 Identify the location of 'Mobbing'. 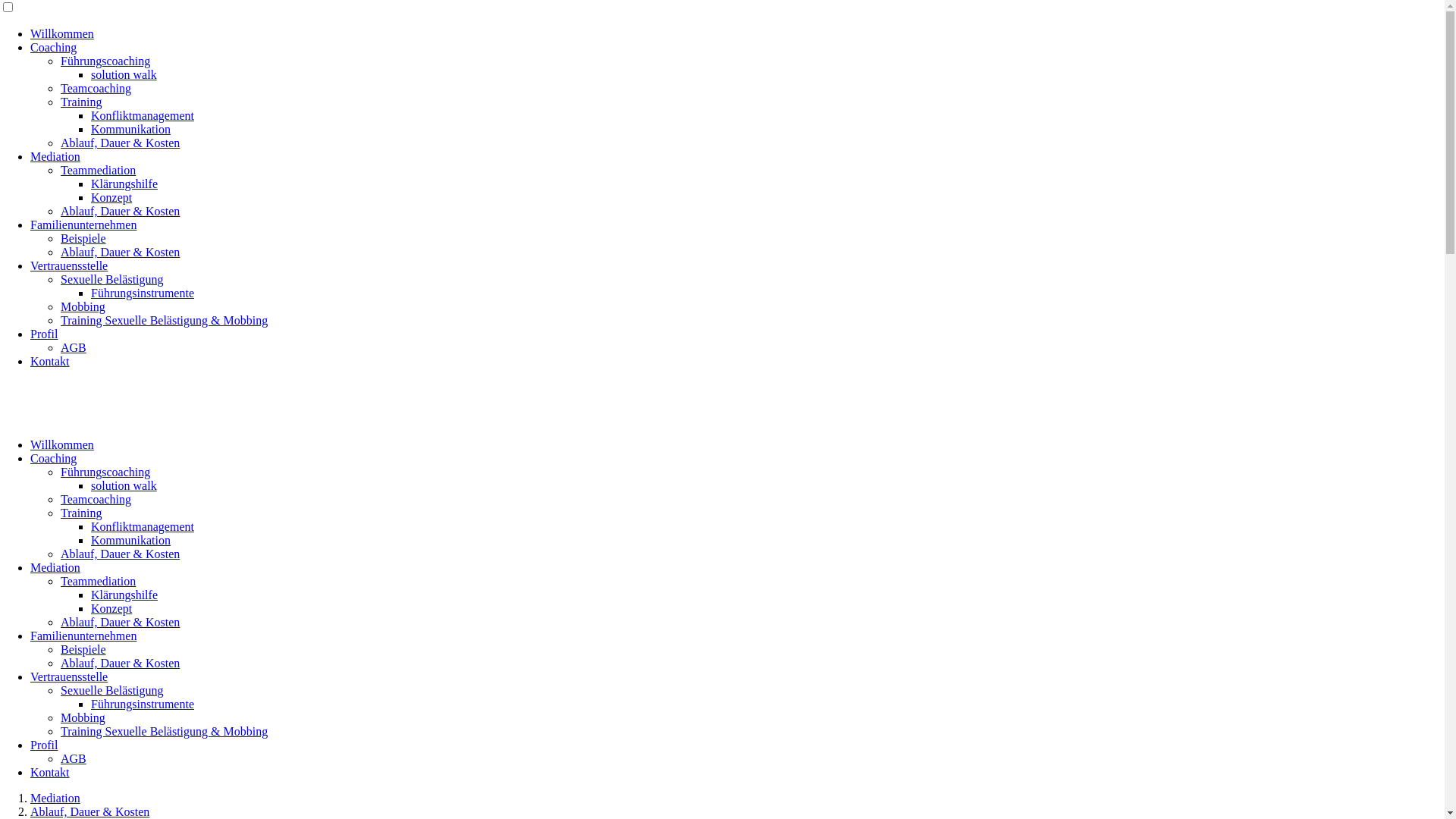
(82, 717).